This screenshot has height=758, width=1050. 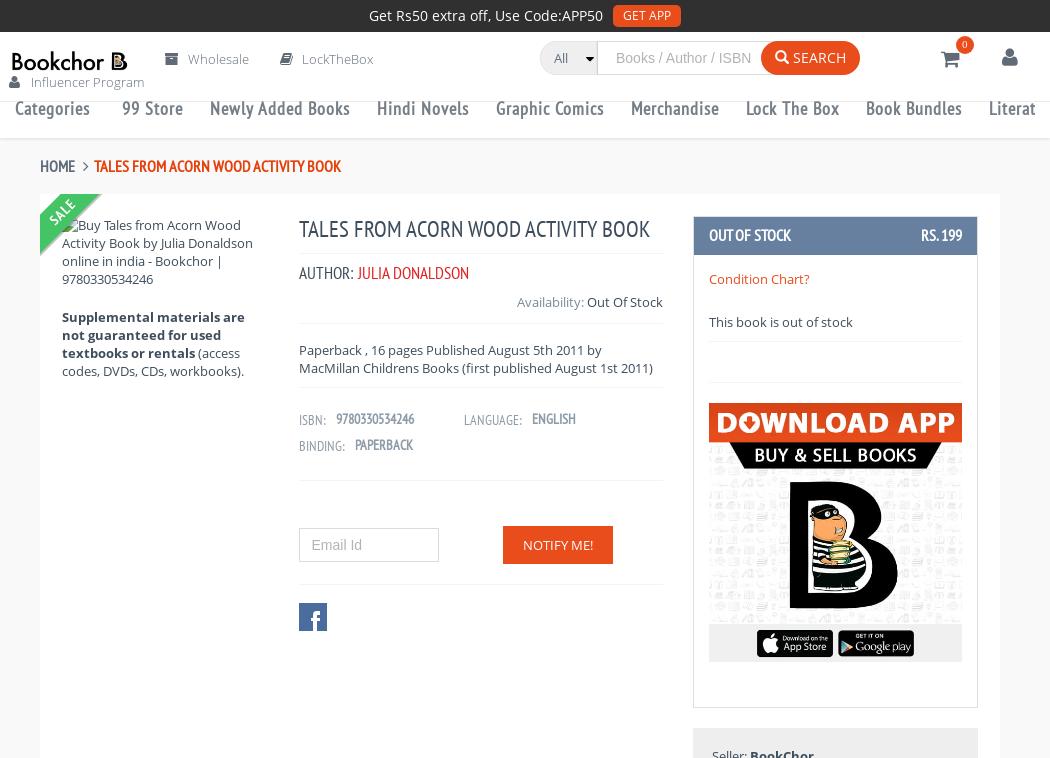 What do you see at coordinates (816, 56) in the screenshot?
I see `'Search'` at bounding box center [816, 56].